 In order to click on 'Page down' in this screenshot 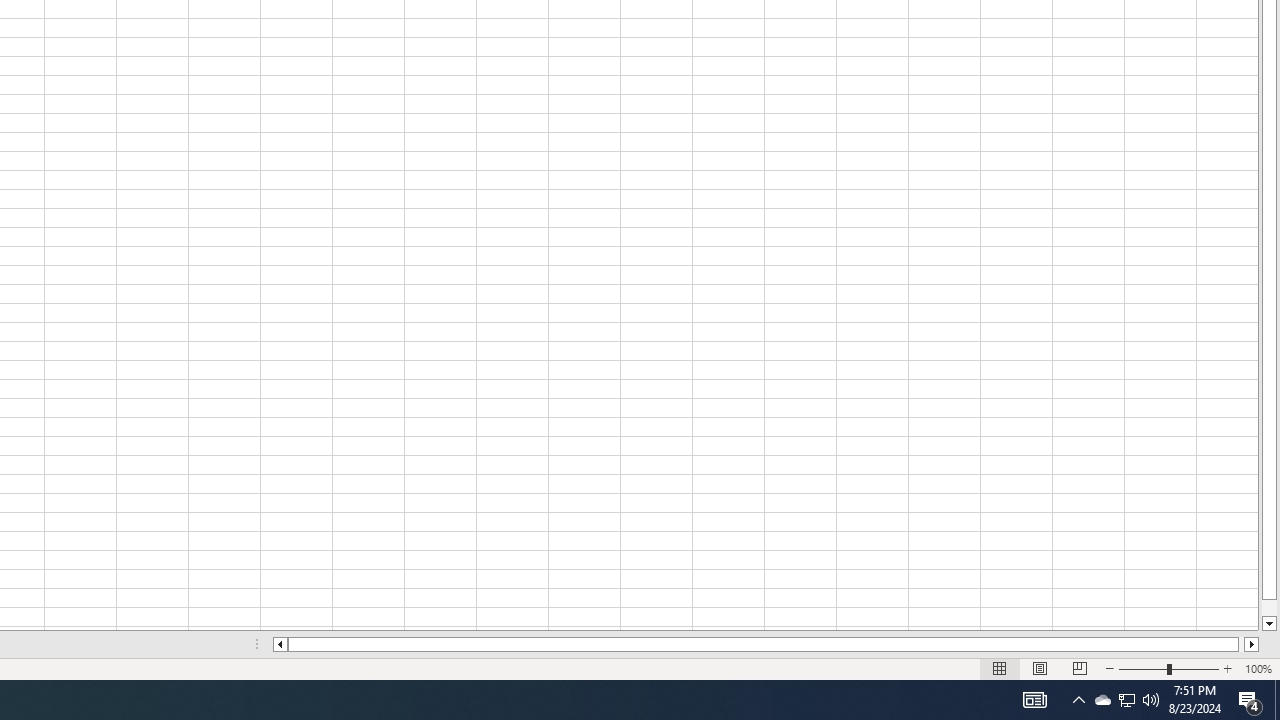, I will do `click(1268, 607)`.